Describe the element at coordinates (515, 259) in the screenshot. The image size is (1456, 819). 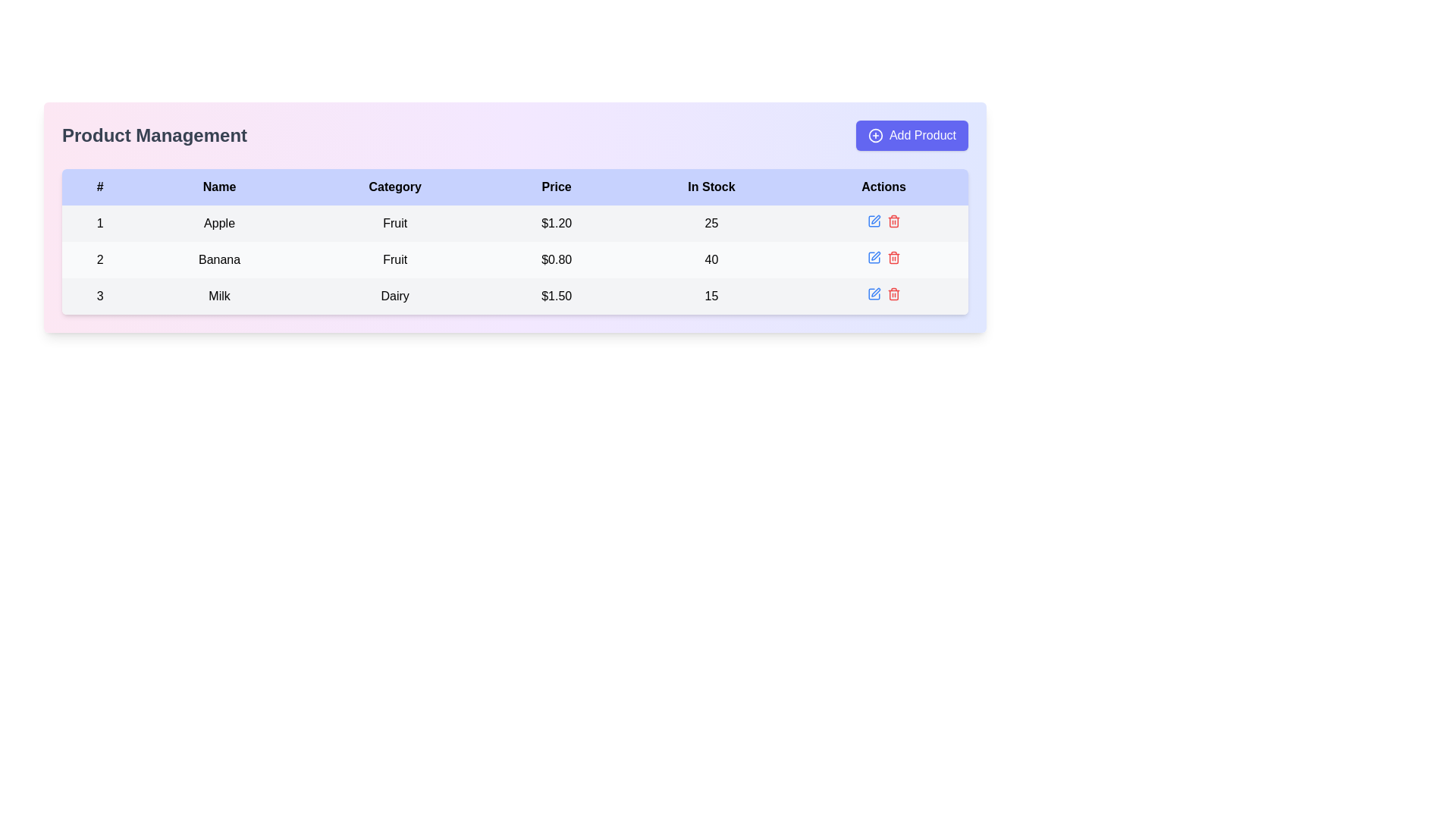
I see `the second row of the table displaying product information labeled '2', which includes the product name 'Banana', category 'Fruit', price '$0.80', and stock quantity '40'` at that location.